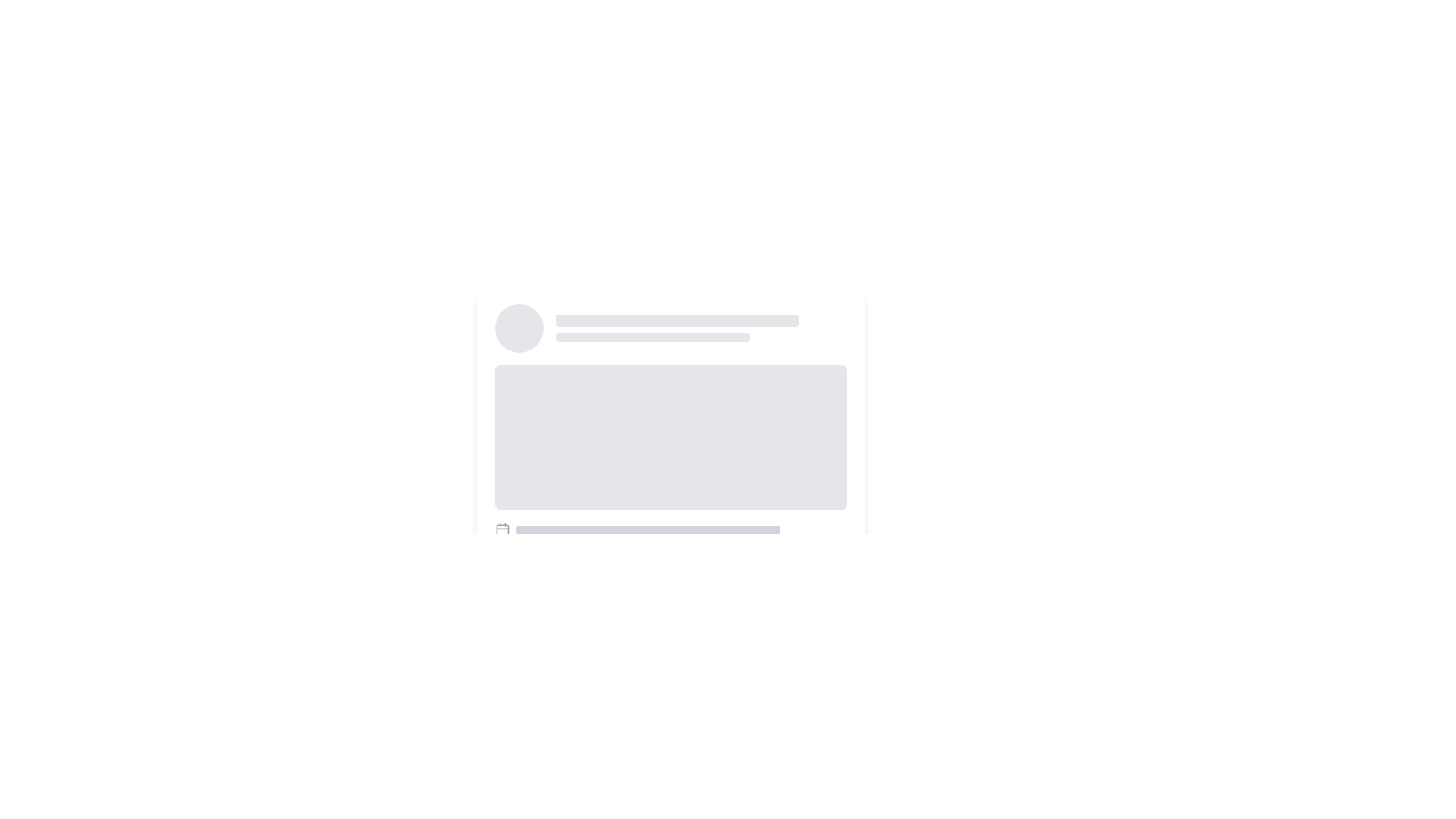 The height and width of the screenshot is (819, 1456). I want to click on the calendar icon in the Icon and progress placeholder component to receive more information, so click(670, 529).